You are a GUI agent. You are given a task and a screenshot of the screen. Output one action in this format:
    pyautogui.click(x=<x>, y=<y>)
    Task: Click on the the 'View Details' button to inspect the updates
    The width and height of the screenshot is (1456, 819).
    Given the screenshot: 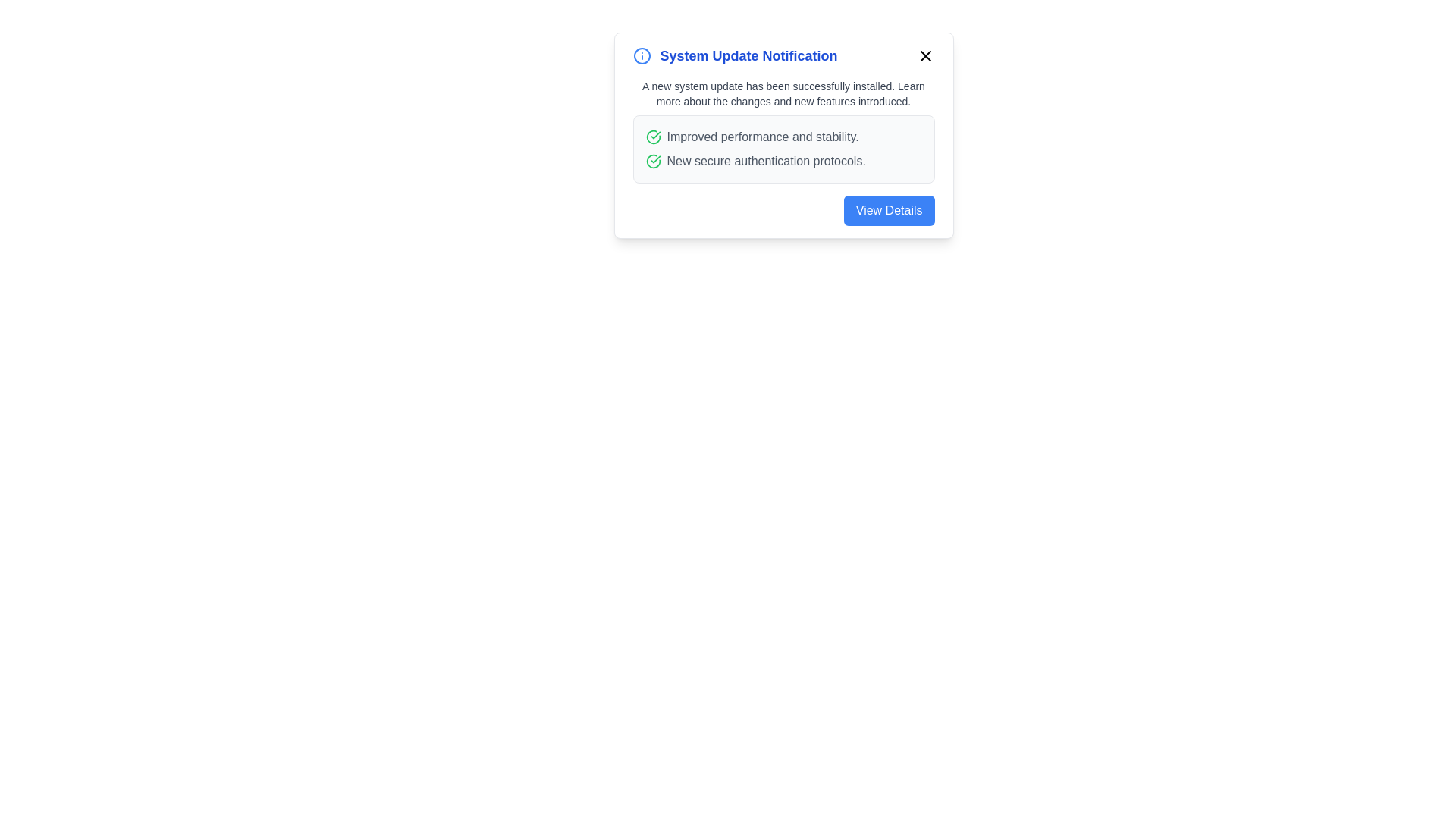 What is the action you would take?
    pyautogui.click(x=888, y=210)
    